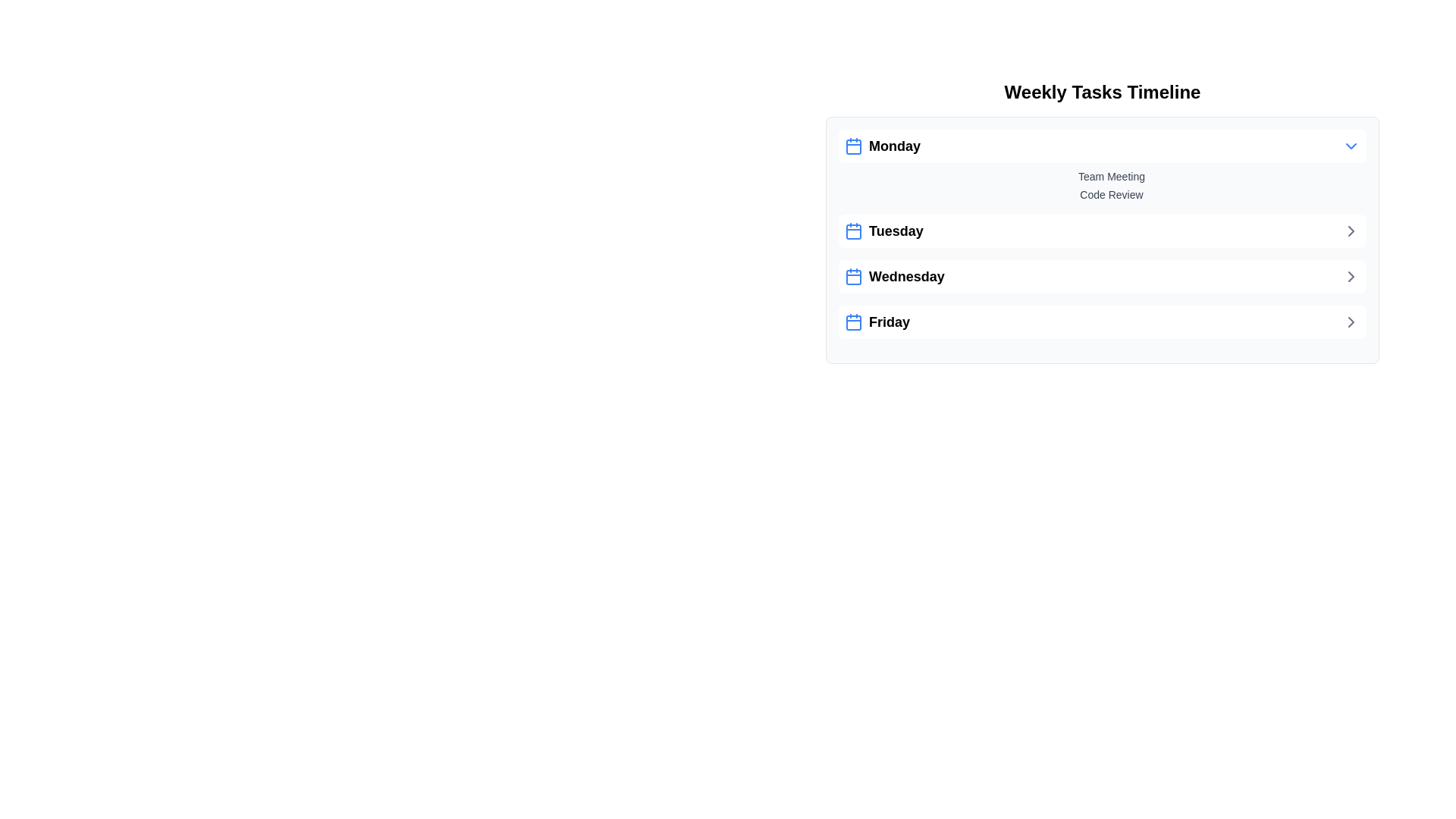 This screenshot has height=819, width=1456. Describe the element at coordinates (1103, 146) in the screenshot. I see `the 'Monday' button with dropdown functionality` at that location.